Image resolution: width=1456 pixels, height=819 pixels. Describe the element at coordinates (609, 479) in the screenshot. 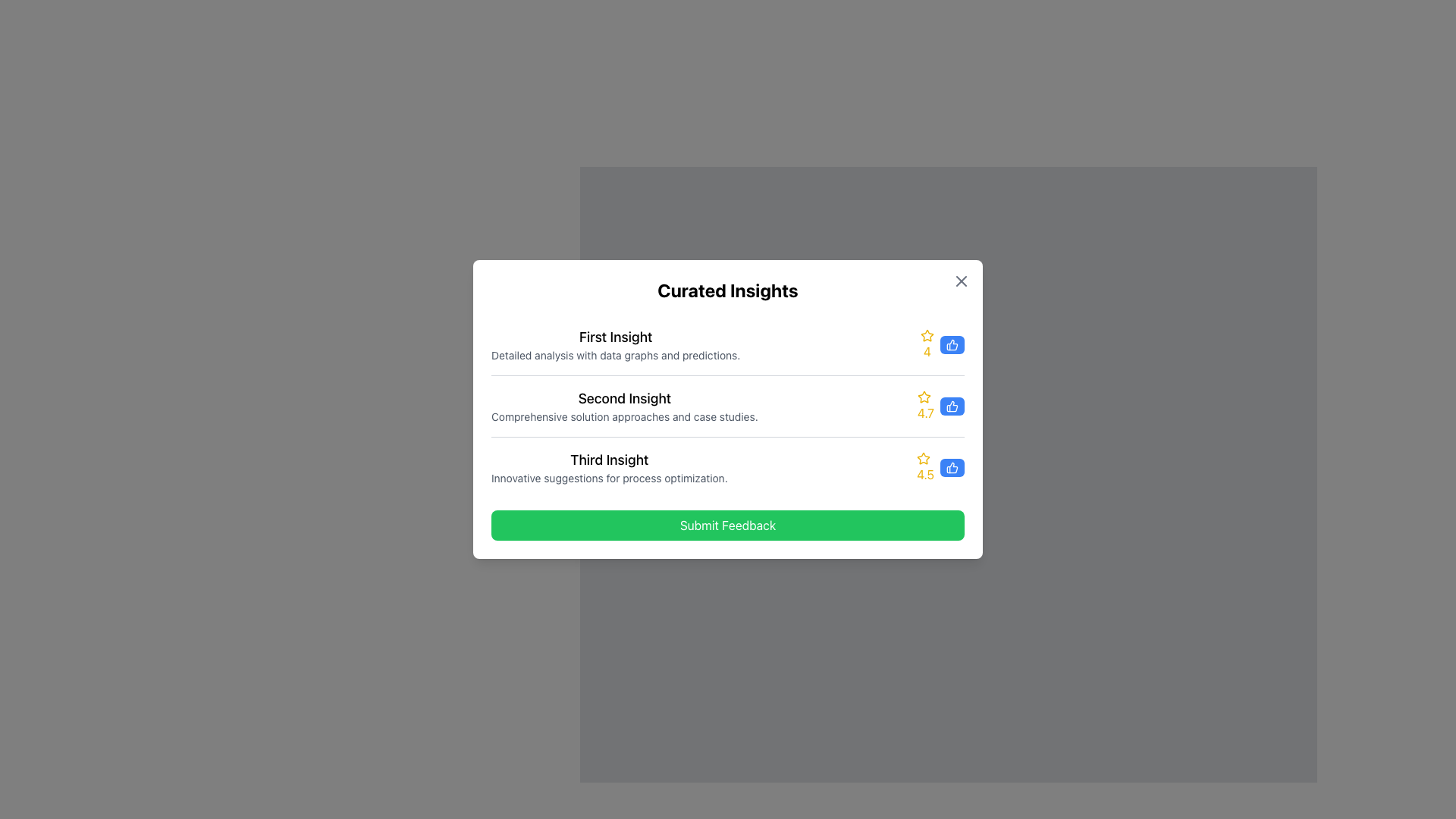

I see `the text element reading 'Innovative suggestions for process optimization.' which is styled in gray and located below the heading 'Third Insight'` at that location.